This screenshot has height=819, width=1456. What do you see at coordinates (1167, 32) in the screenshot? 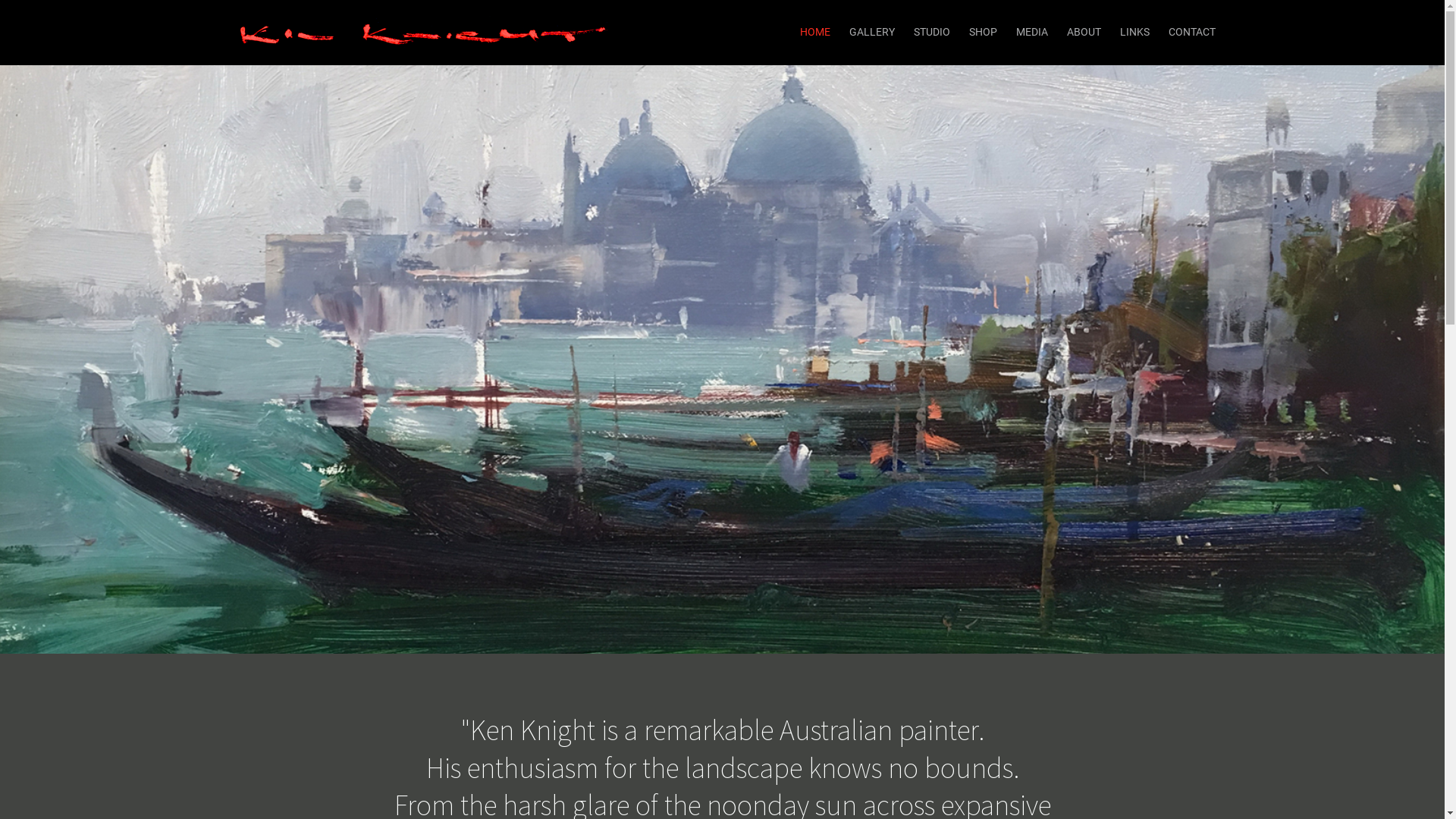
I see `'CONTACT'` at bounding box center [1167, 32].